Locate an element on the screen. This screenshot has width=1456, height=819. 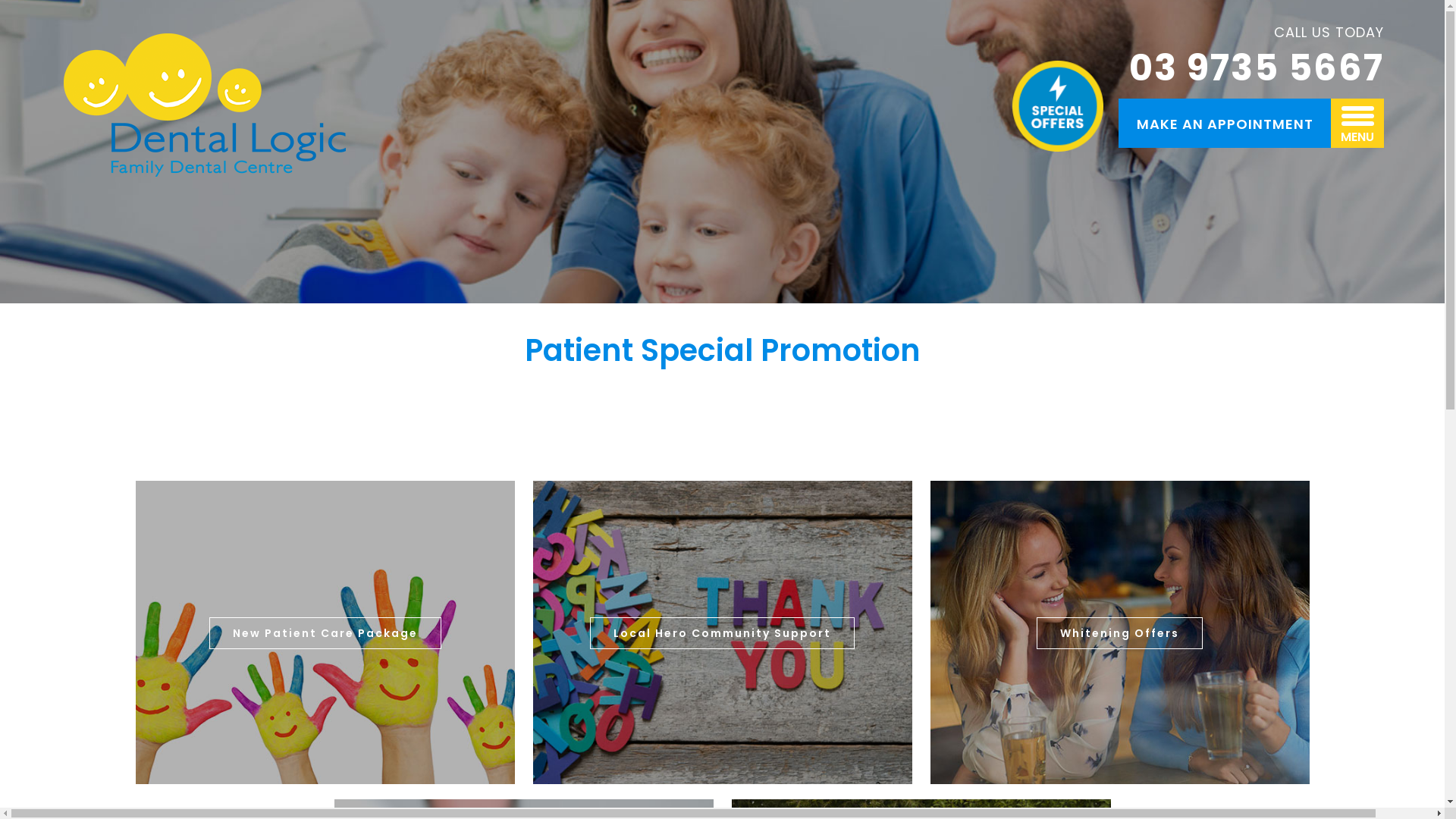
'New Patient Care Package' is located at coordinates (324, 632).